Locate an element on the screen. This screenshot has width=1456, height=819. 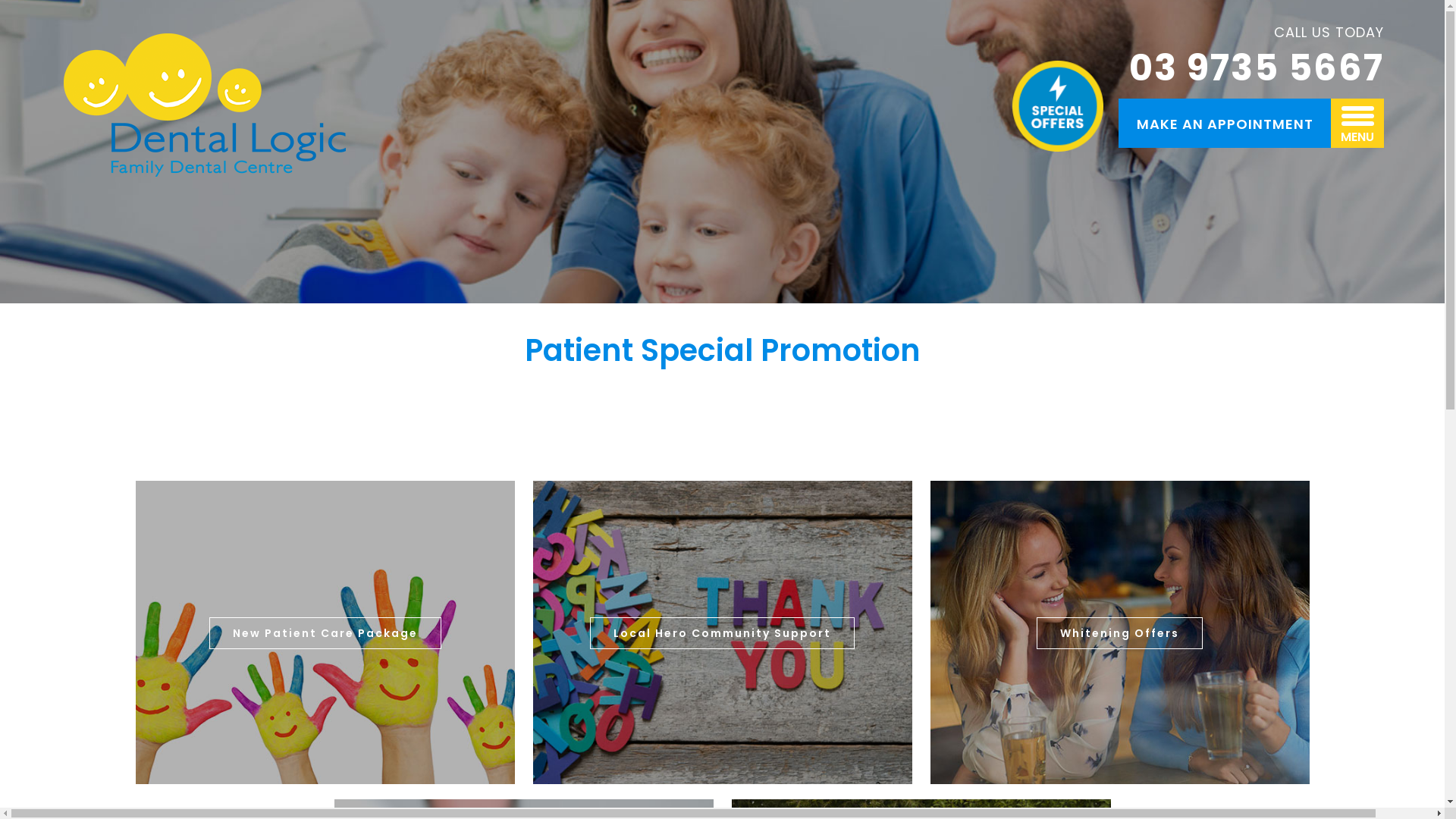
'New Patient Care Package' is located at coordinates (324, 632).